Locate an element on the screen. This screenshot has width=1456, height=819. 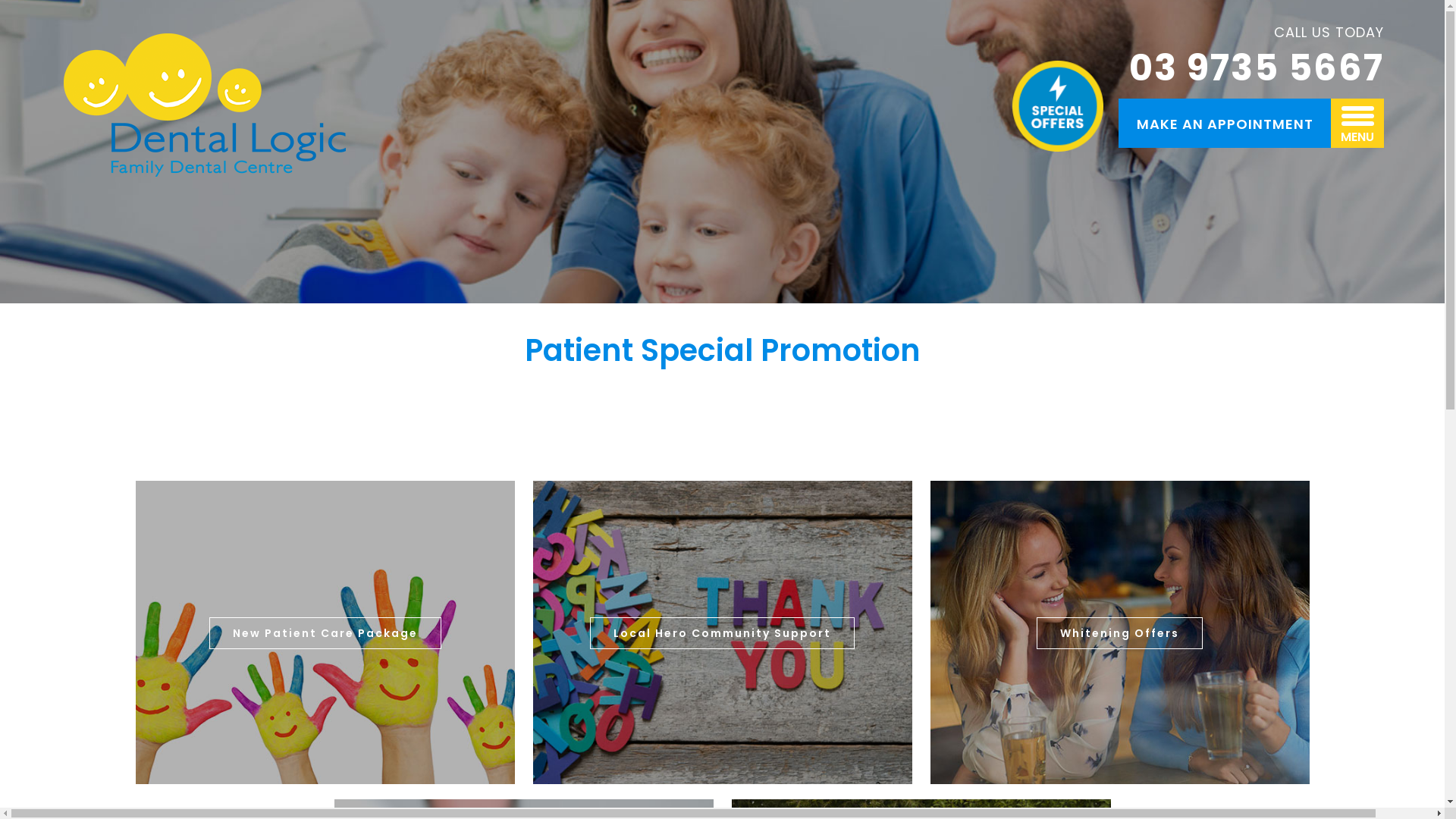
'New Patient Care Package' is located at coordinates (324, 632).